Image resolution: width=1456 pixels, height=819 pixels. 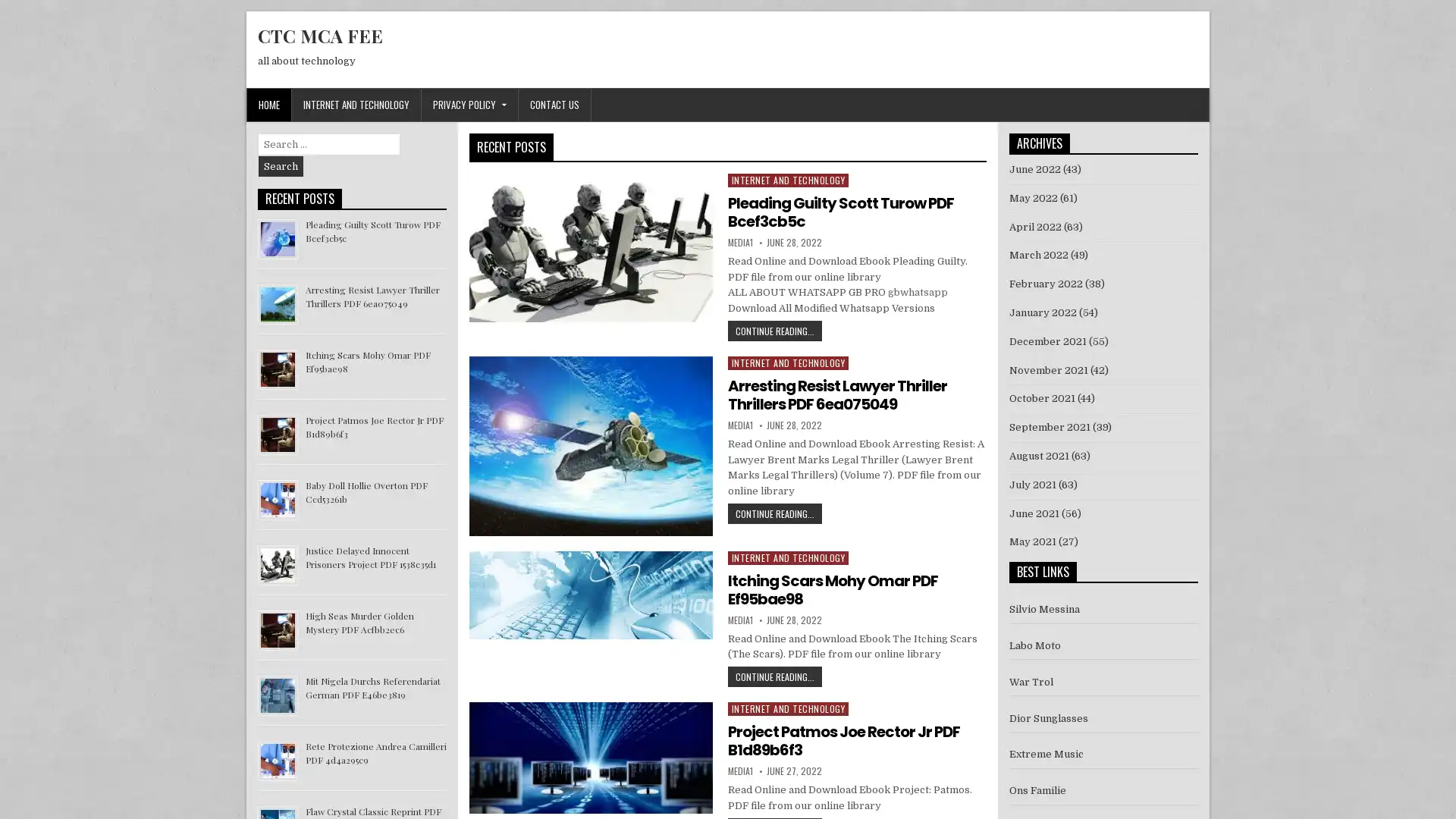 I want to click on Search, so click(x=281, y=166).